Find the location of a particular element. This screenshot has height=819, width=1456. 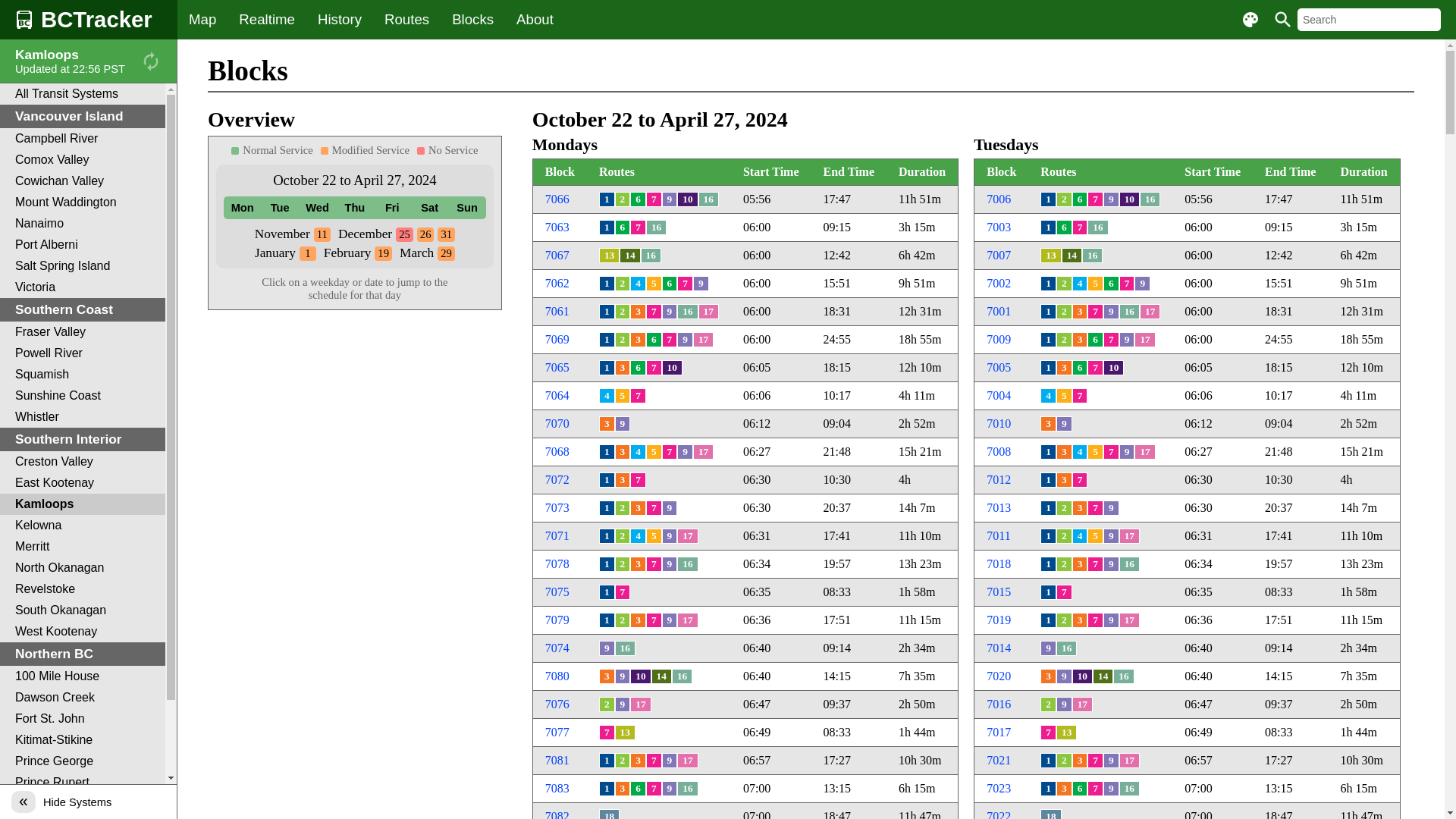

'2' is located at coordinates (623, 338).